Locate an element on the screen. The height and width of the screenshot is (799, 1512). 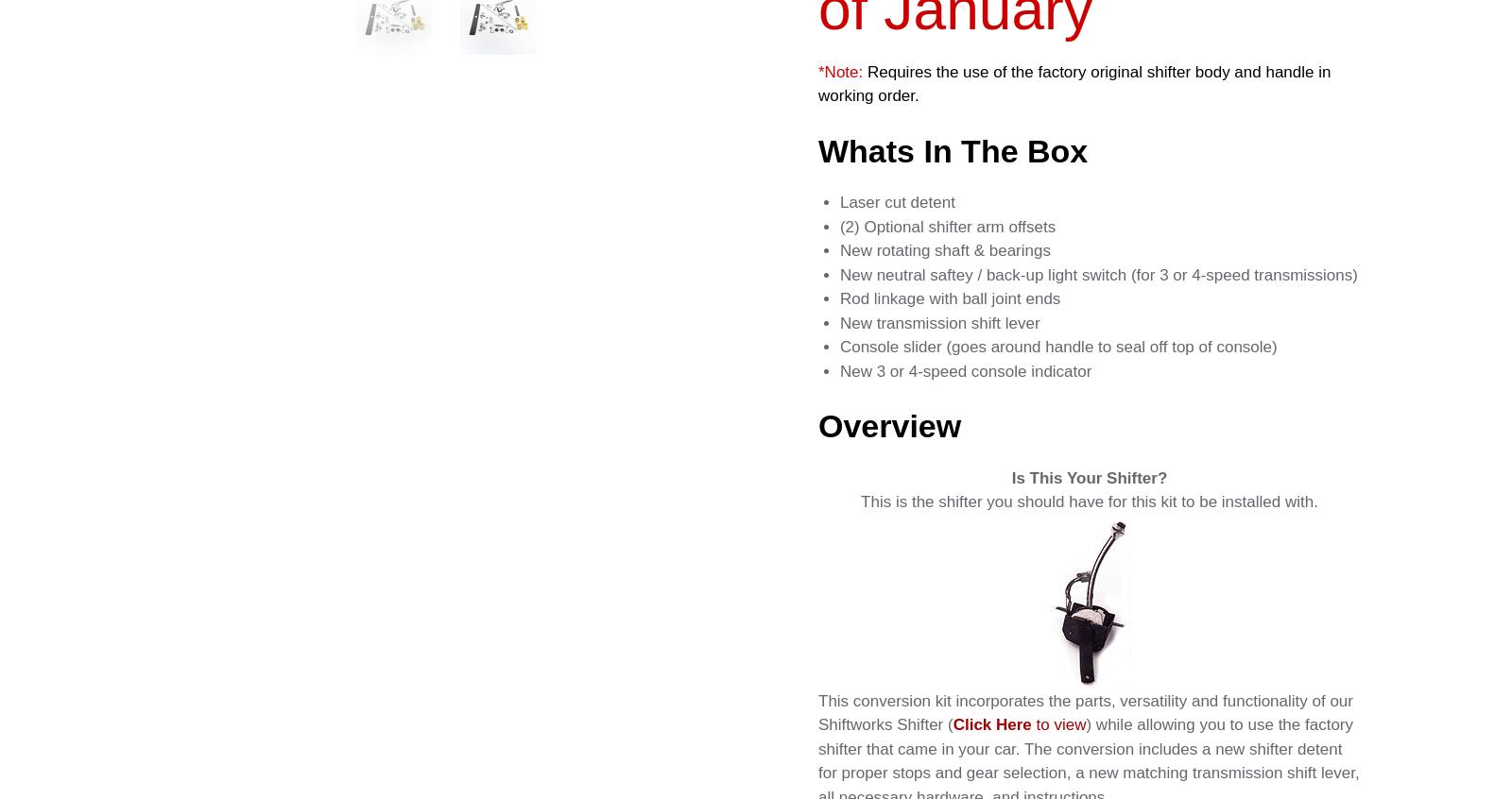
'Laser cut detent' is located at coordinates (838, 202).